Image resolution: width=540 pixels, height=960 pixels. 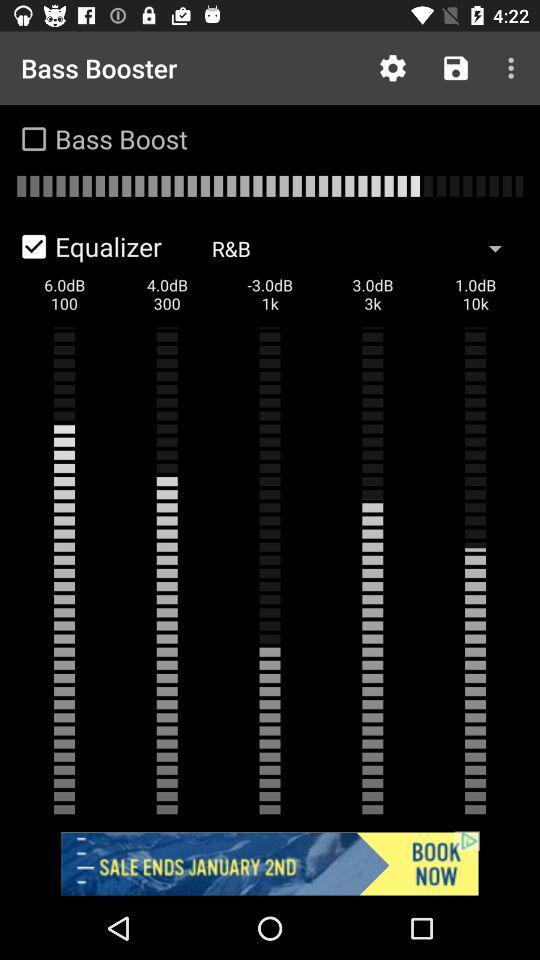 I want to click on click advertisement banner, so click(x=270, y=863).